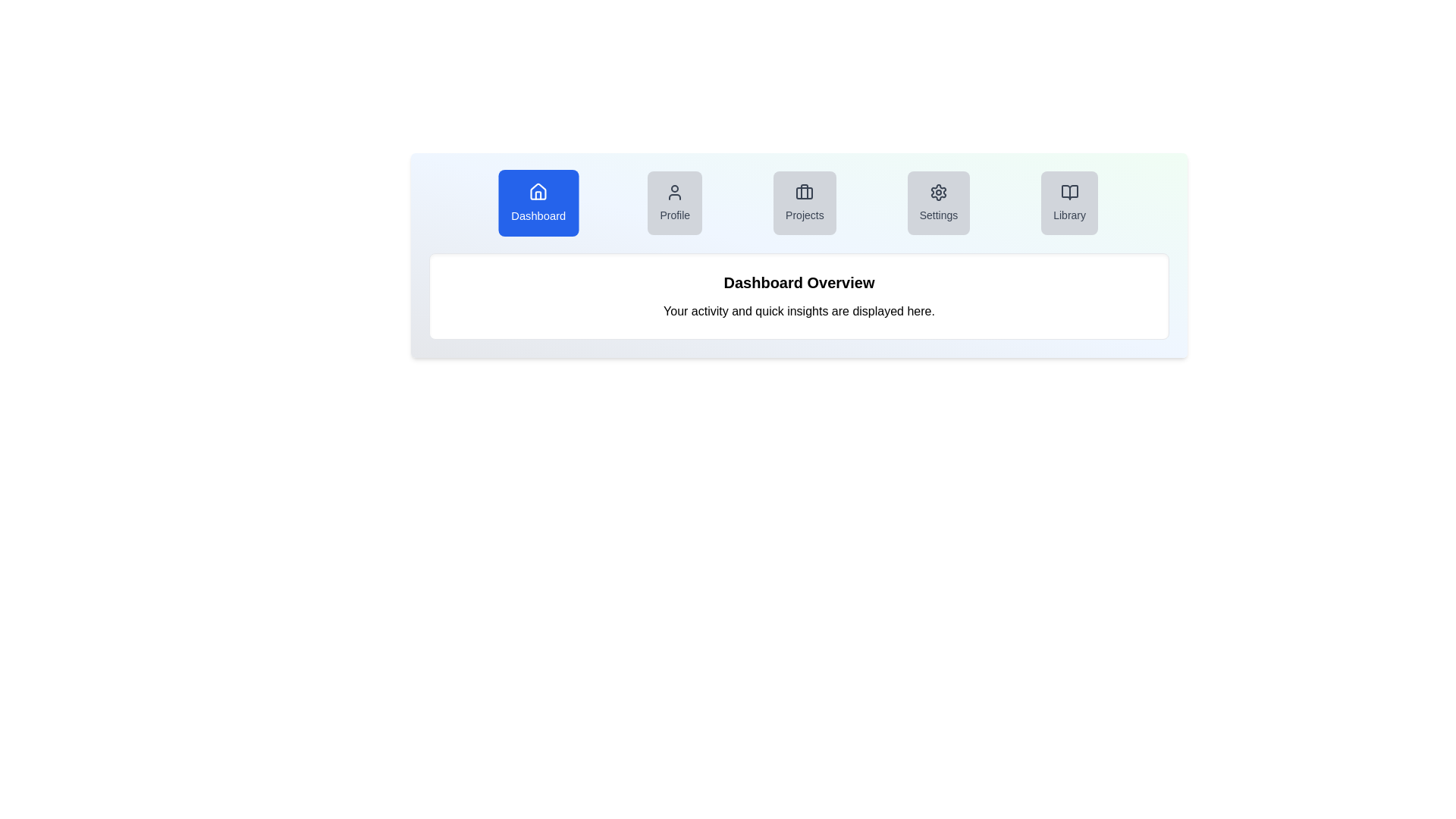 Image resolution: width=1456 pixels, height=819 pixels. Describe the element at coordinates (1068, 192) in the screenshot. I see `the left page of the open book icon within the 'Library' button in the navigation bar` at that location.